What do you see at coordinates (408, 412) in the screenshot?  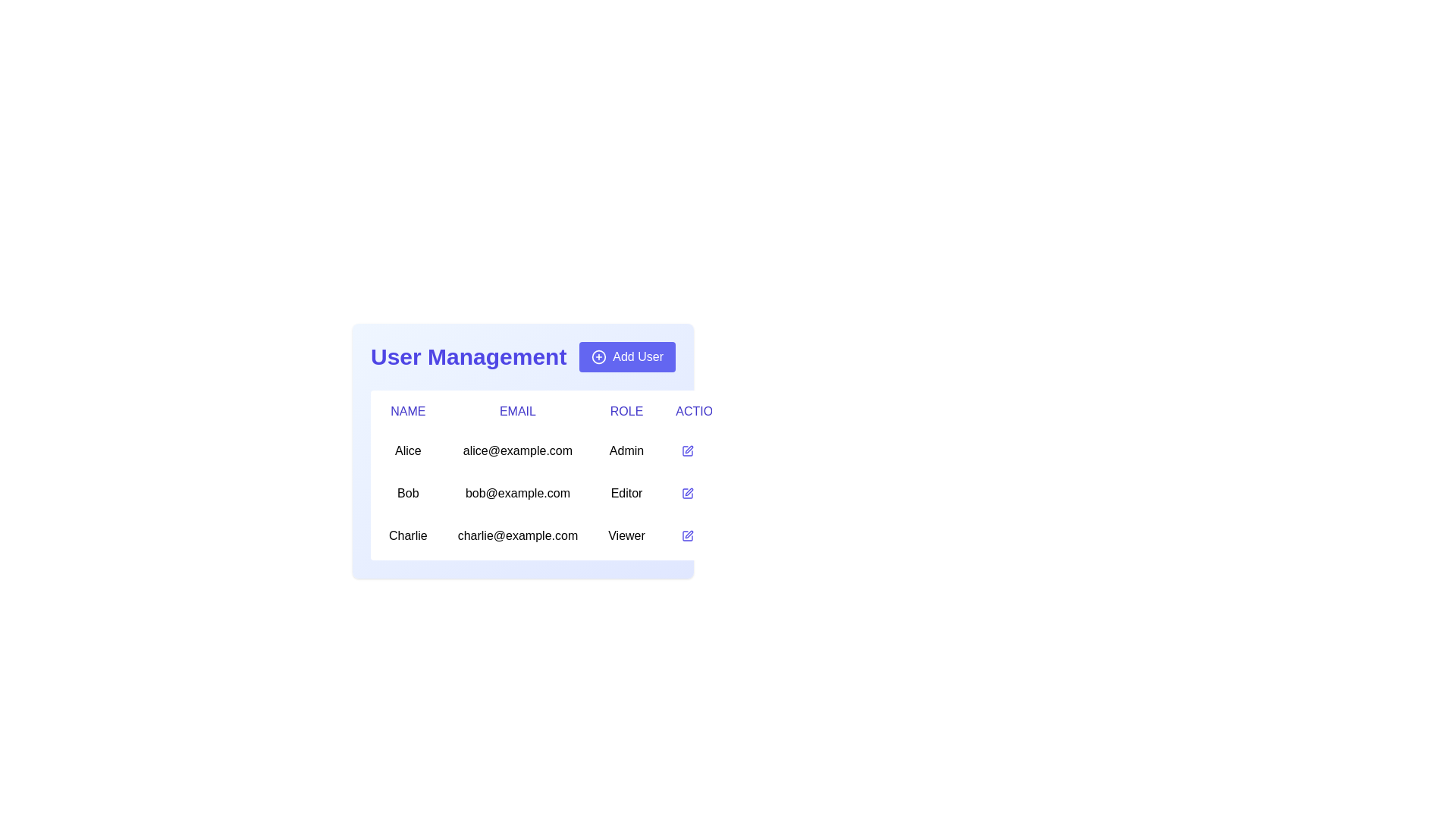 I see `the first column header in the table that identifies the user names, located above the 'Alice' row and to the left of the 'Email' header` at bounding box center [408, 412].